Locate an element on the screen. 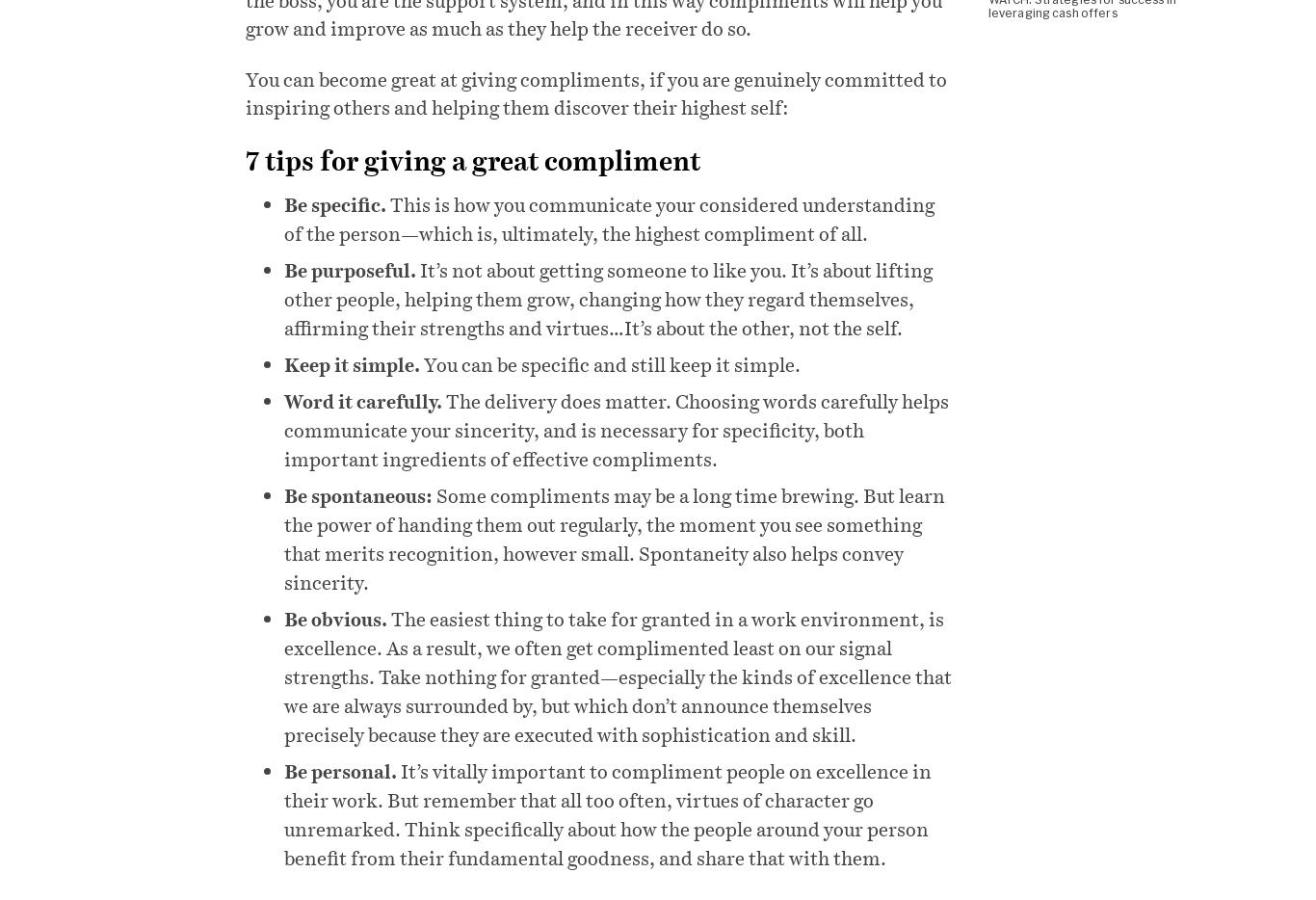 The image size is (1316, 900). 'You can become great at giving compliments, if you are genuinely committed to inspiring others and helping them discover their highest self:' is located at coordinates (594, 92).